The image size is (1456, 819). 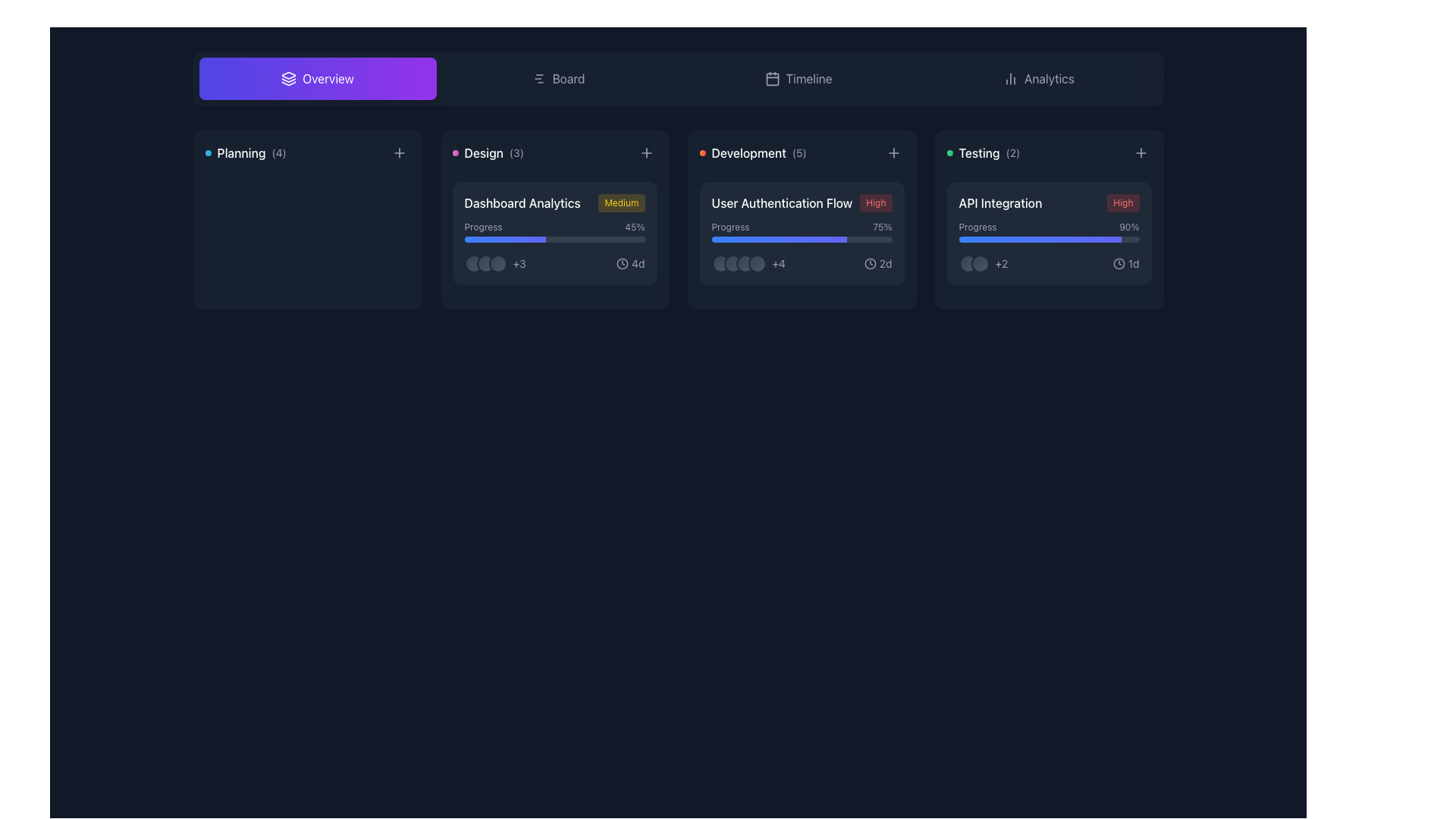 What do you see at coordinates (967, 262) in the screenshot?
I see `the rounded icon with gradient styling and a black border located in the bottom-left area of the 'API Integration' card under the 'Testing' column` at bounding box center [967, 262].